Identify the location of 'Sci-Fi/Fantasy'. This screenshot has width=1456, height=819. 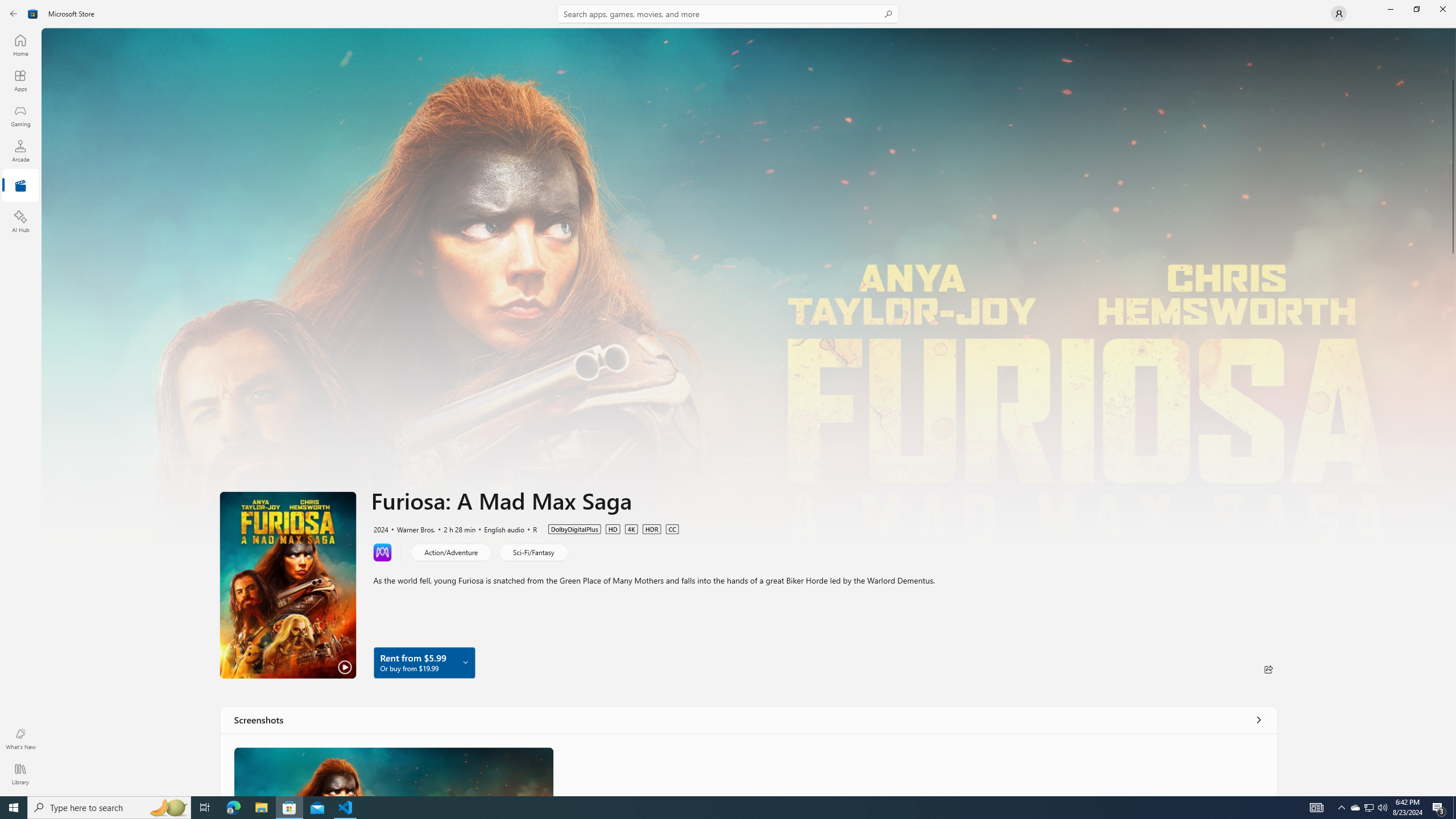
(533, 551).